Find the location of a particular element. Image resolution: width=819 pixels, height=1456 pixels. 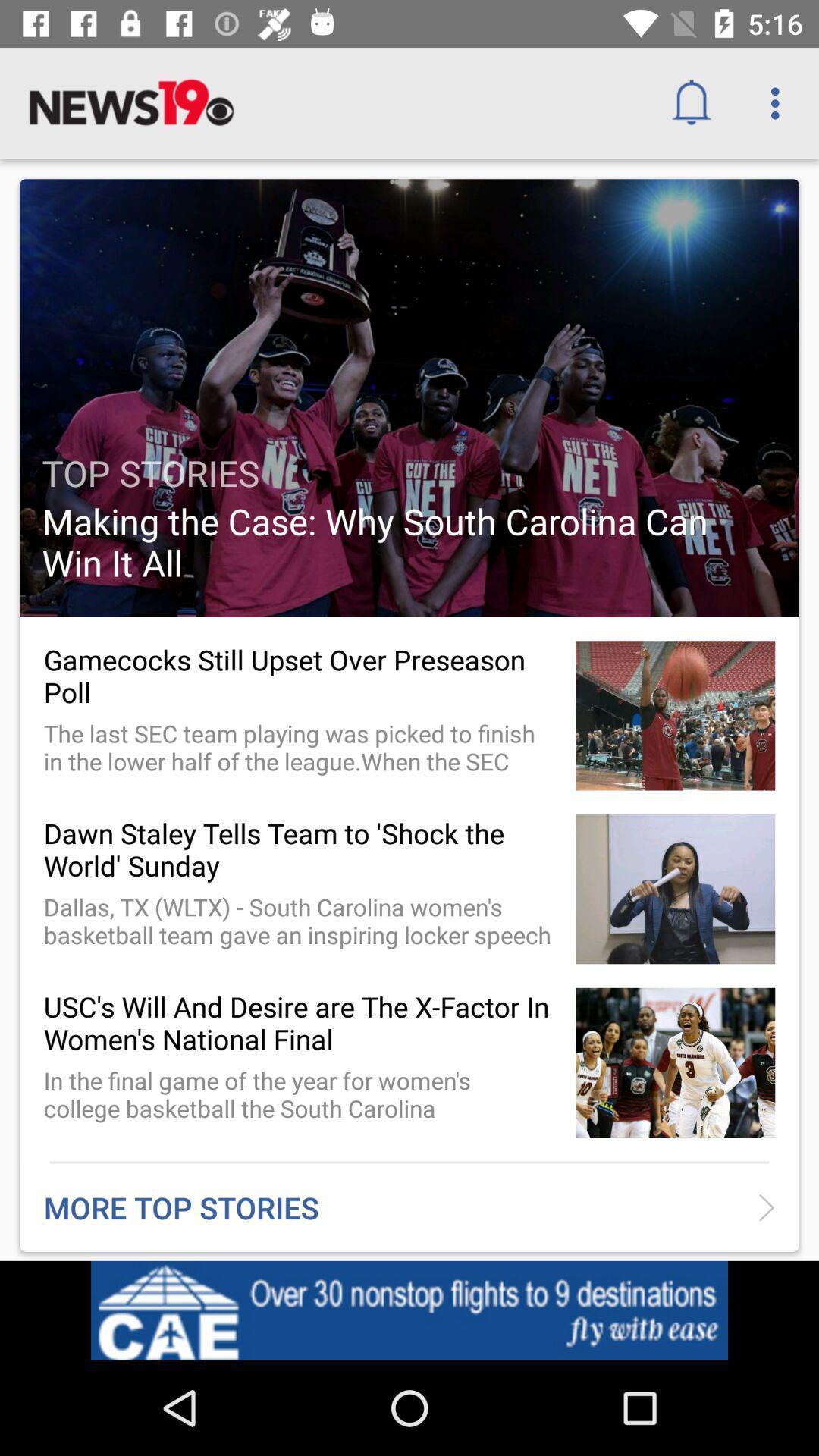

the icon below more top stories item is located at coordinates (409, 1310).